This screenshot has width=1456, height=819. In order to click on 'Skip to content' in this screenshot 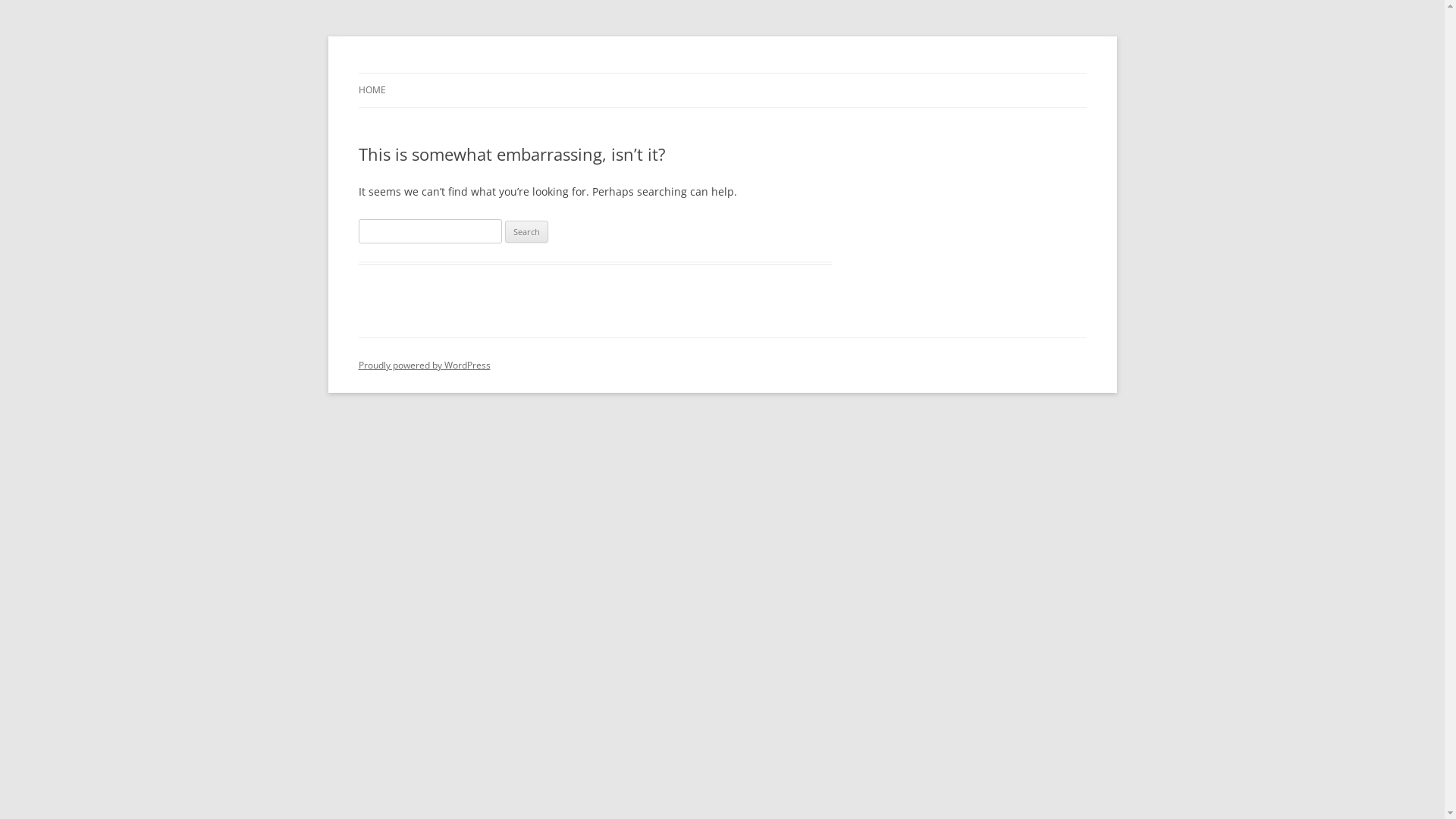, I will do `click(720, 73)`.